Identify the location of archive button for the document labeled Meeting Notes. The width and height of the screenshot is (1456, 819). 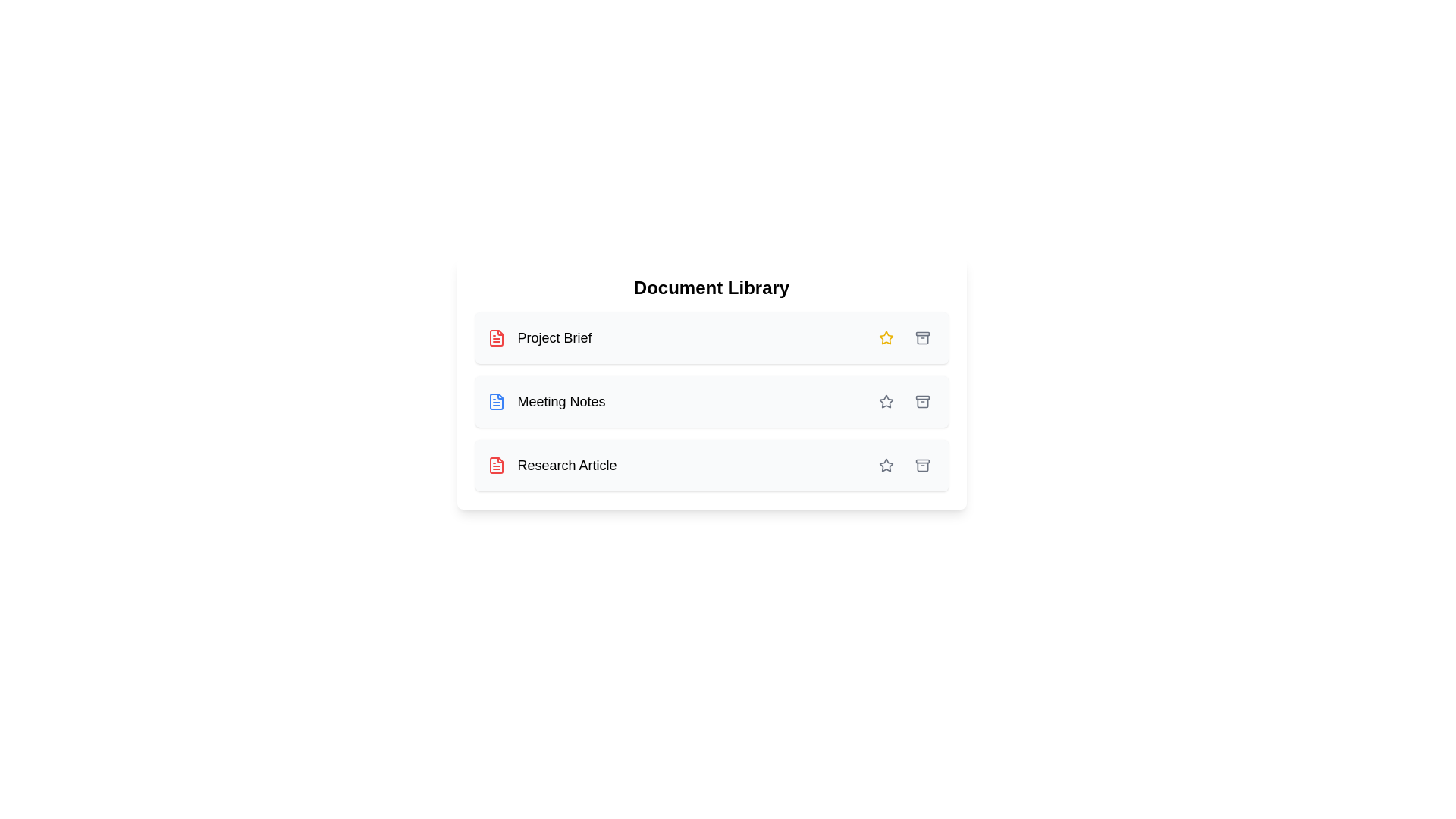
(921, 400).